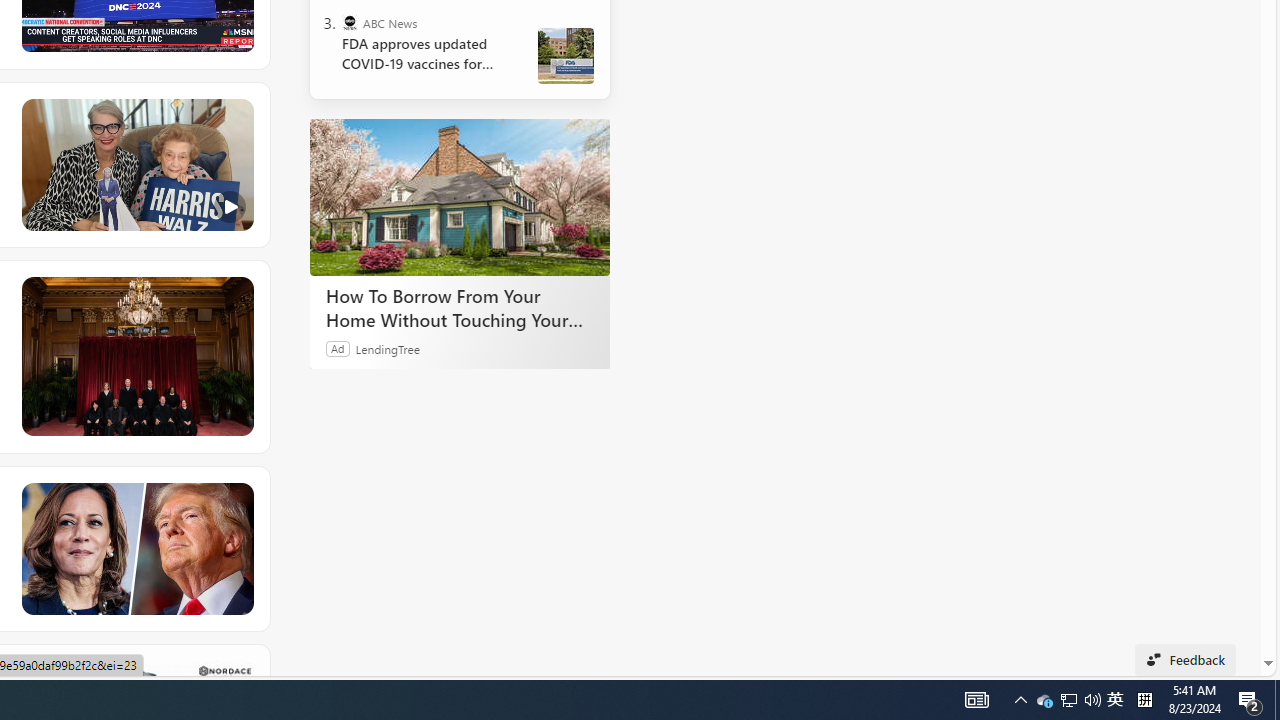 The image size is (1280, 720). What do you see at coordinates (135, 164) in the screenshot?
I see `'Class: hero-image'` at bounding box center [135, 164].